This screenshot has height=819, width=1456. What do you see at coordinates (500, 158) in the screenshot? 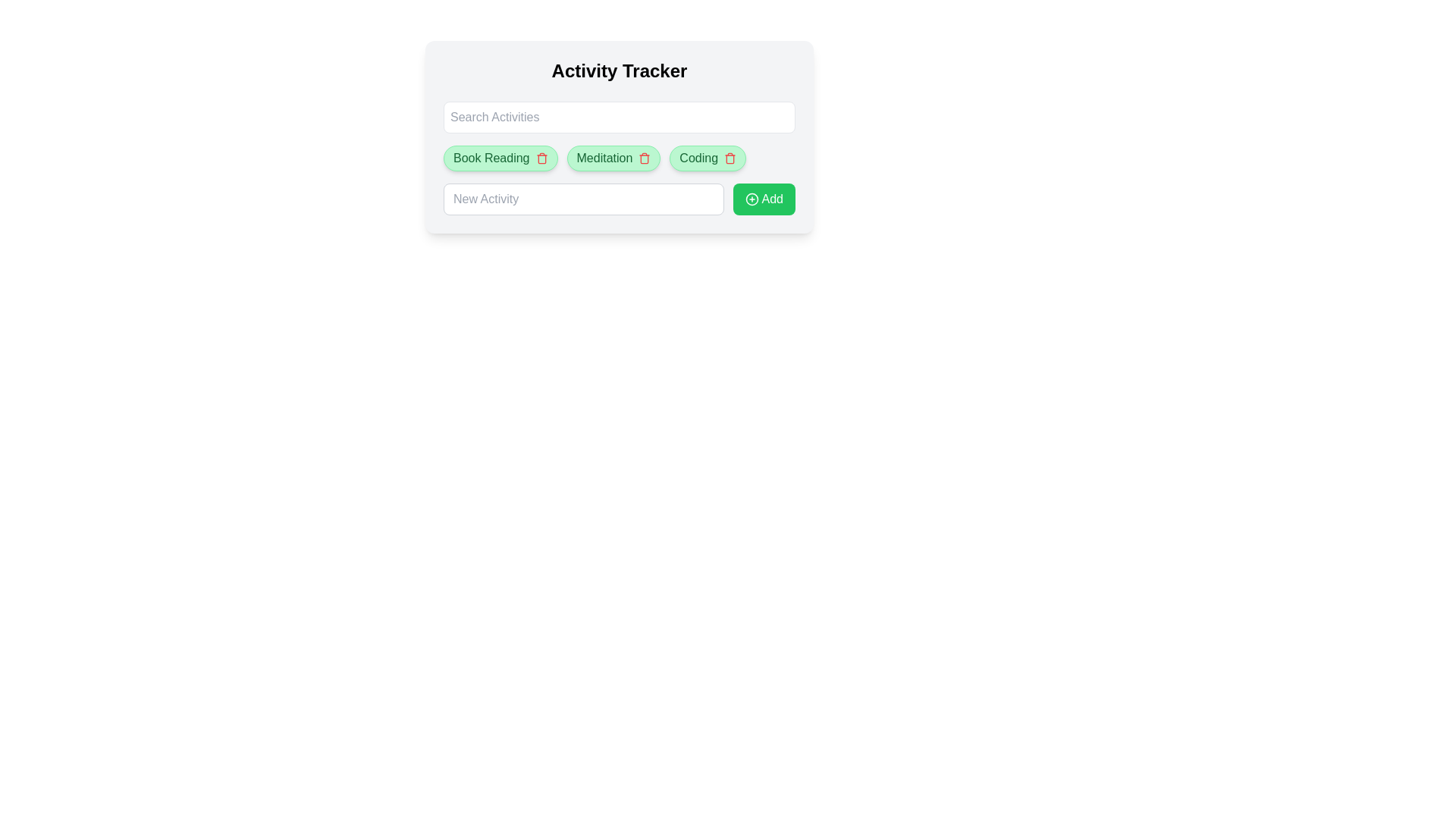
I see `the interactive tag labeled 'Book Reading' with a green background and delete option` at bounding box center [500, 158].